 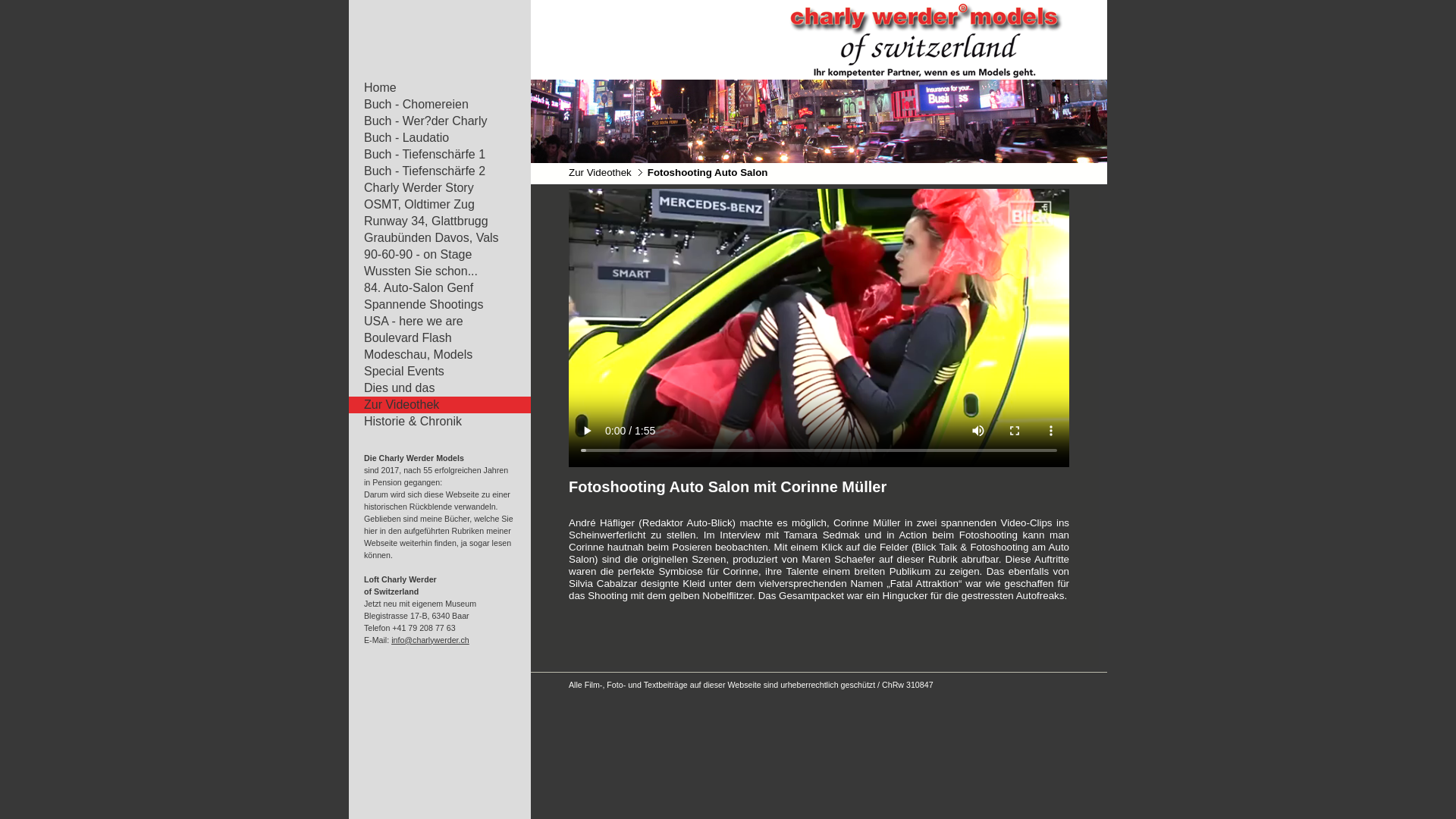 What do you see at coordinates (431, 354) in the screenshot?
I see `'Modeschau, Models'` at bounding box center [431, 354].